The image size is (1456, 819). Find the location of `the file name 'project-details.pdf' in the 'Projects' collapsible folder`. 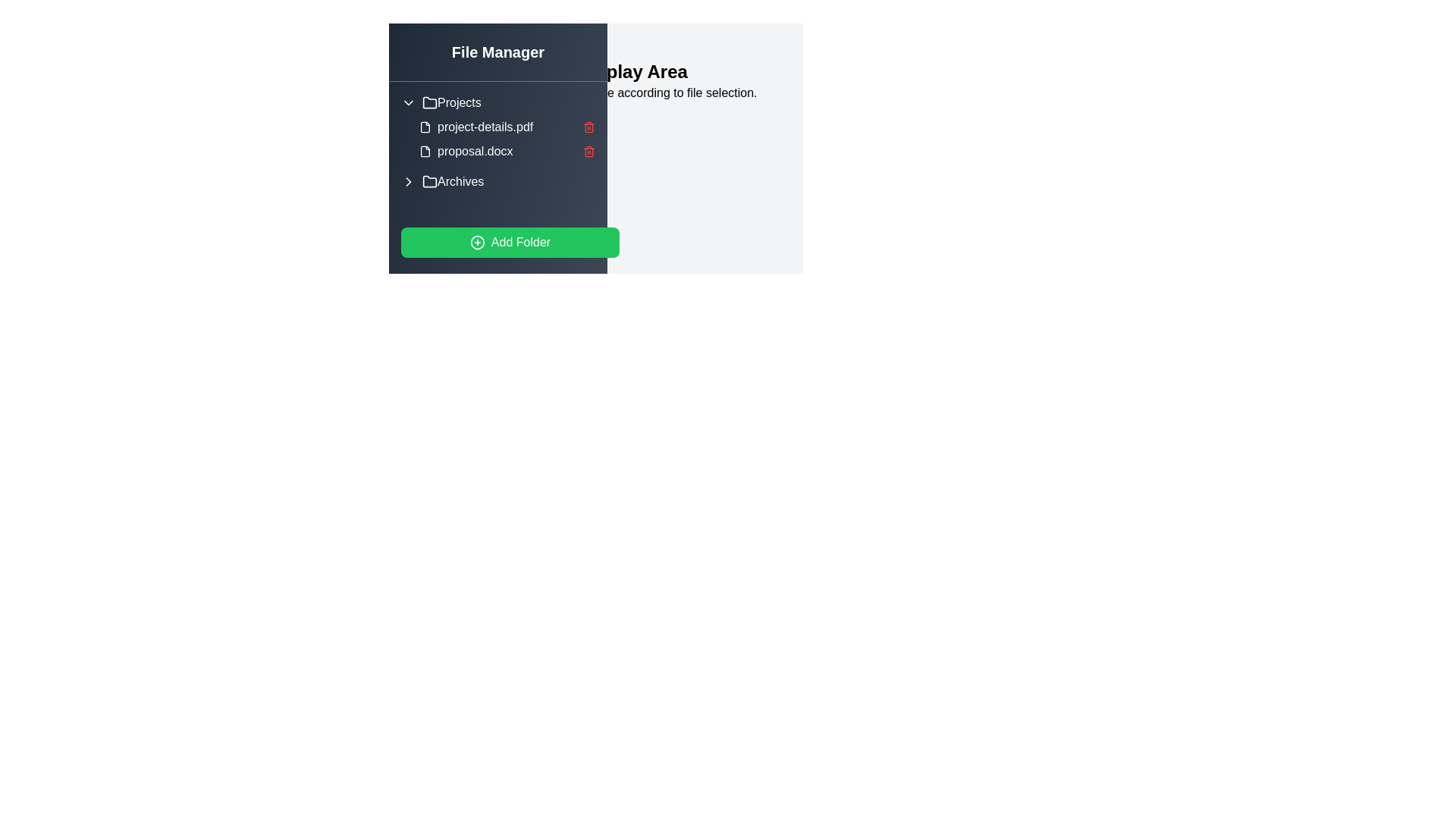

the file name 'project-details.pdf' in the 'Projects' collapsible folder is located at coordinates (498, 127).